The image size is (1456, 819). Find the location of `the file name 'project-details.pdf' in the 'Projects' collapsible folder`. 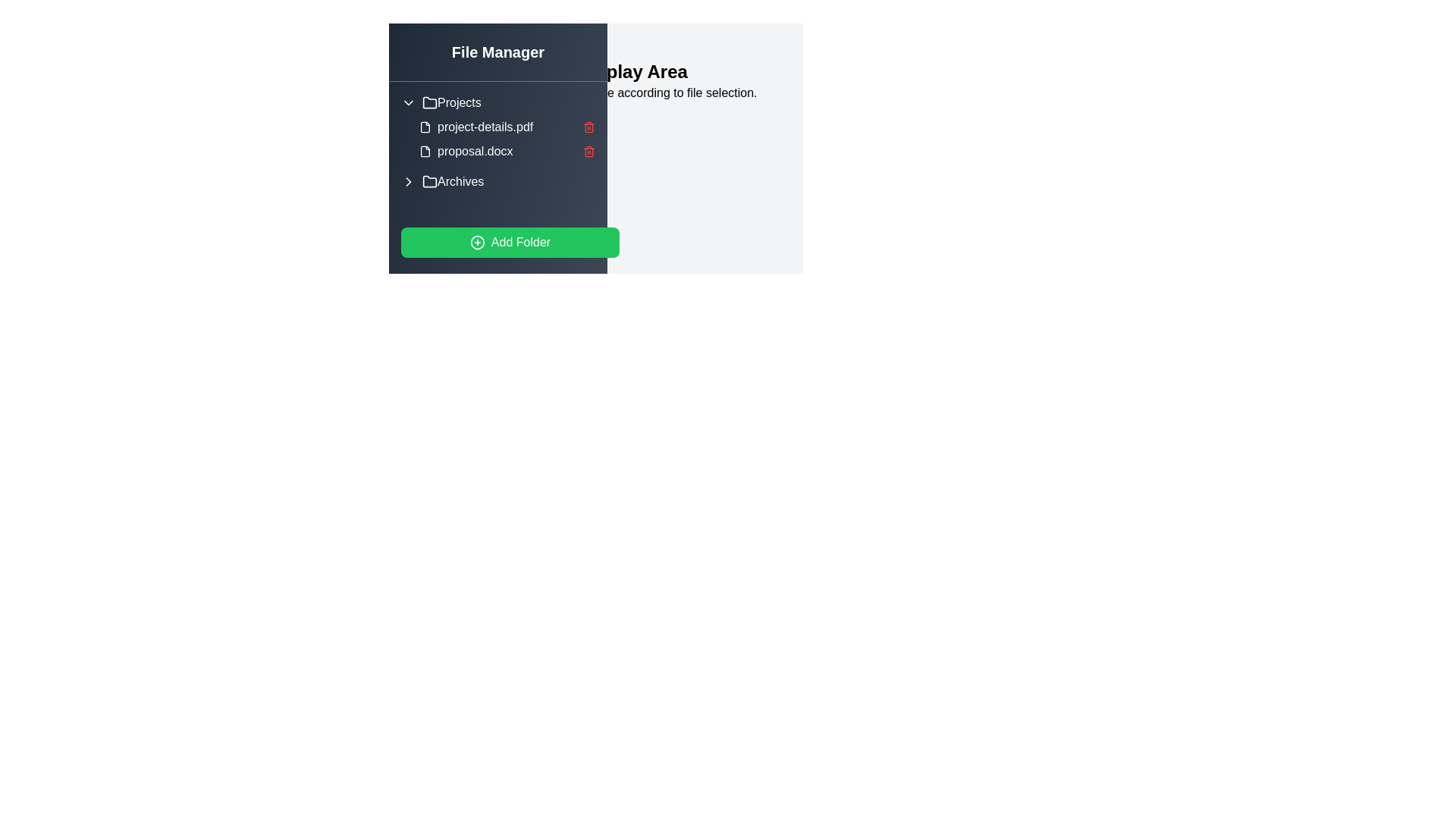

the file name 'project-details.pdf' in the 'Projects' collapsible folder is located at coordinates (498, 127).